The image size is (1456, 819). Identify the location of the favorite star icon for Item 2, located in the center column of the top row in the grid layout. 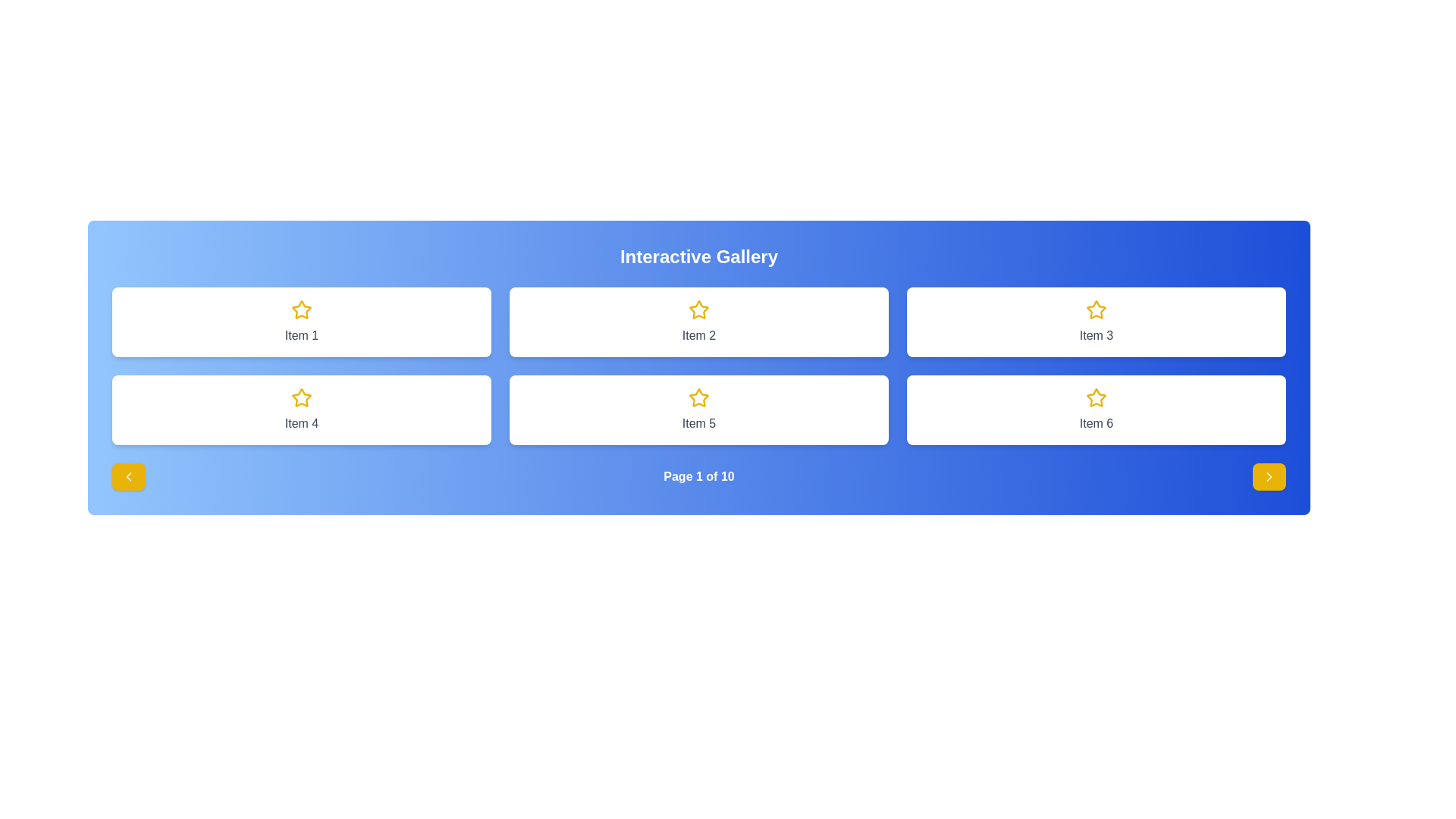
(698, 309).